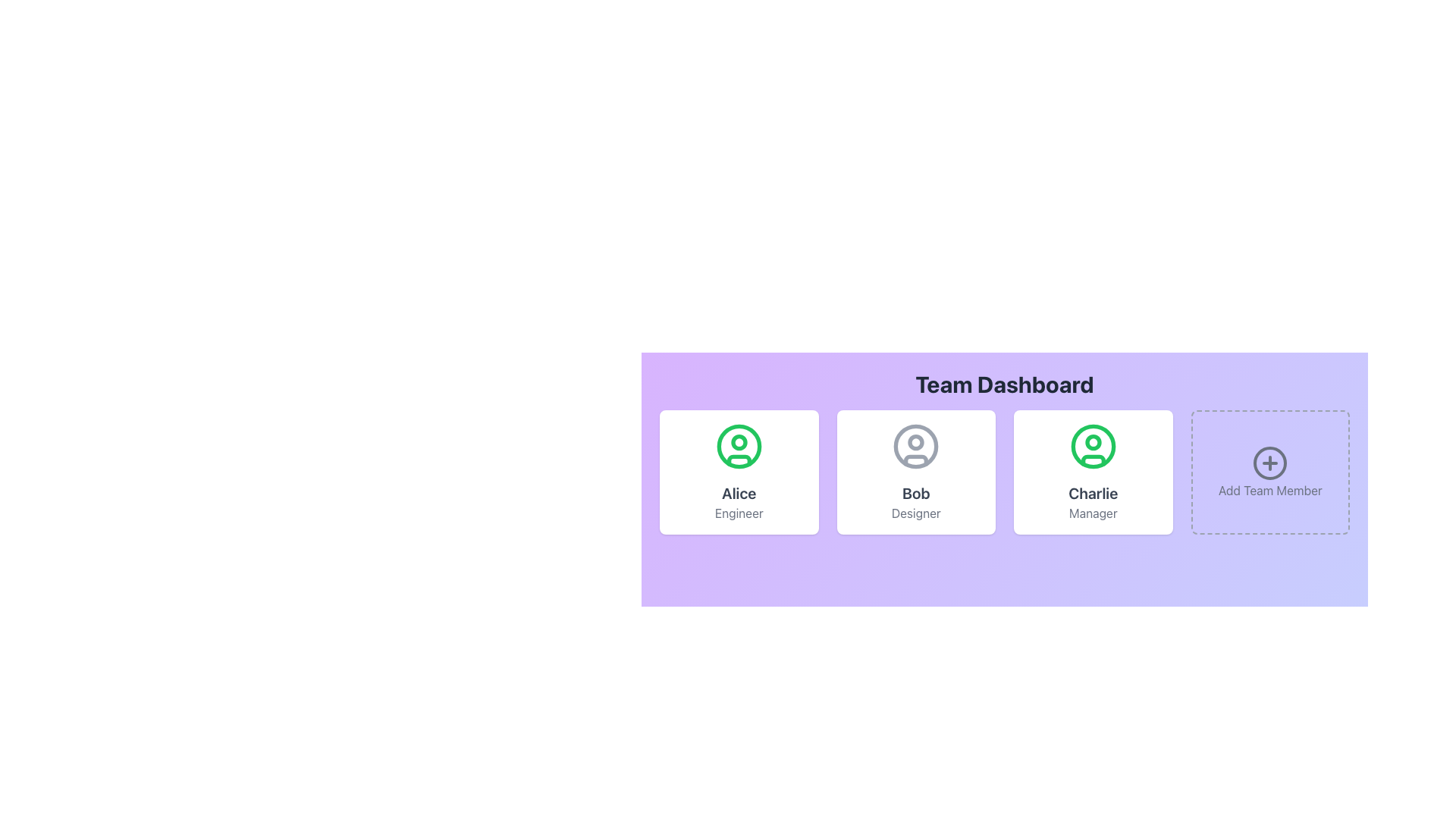 Image resolution: width=1456 pixels, height=819 pixels. What do you see at coordinates (739, 472) in the screenshot?
I see `the Profile Card which is a white square card with rounded corners containing a green user icon at the top, the name 'Alice' in bold, and the role 'Engineer' in smaller gray font` at bounding box center [739, 472].